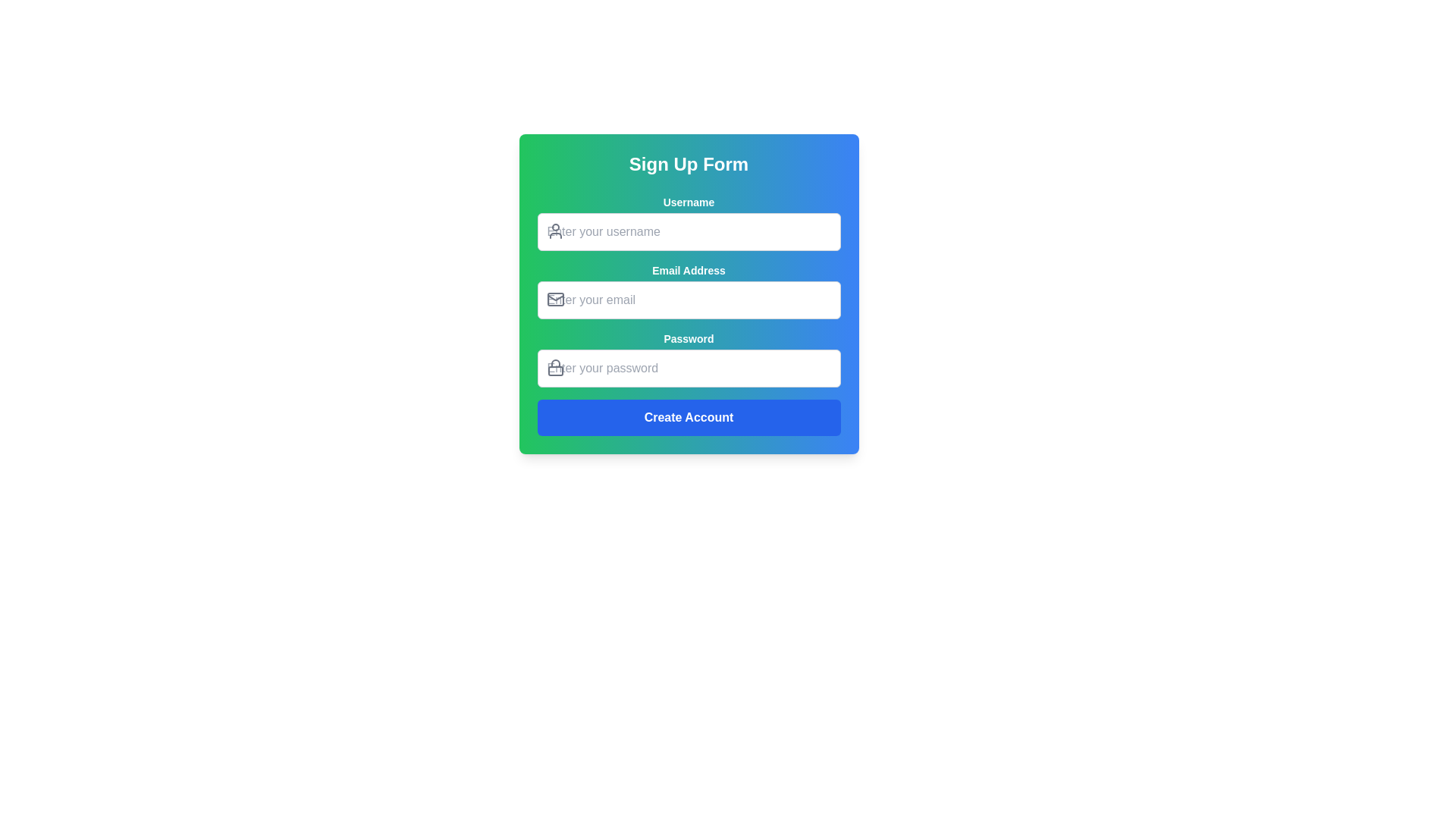 The image size is (1456, 819). I want to click on the main rectangular component of the envelope icon, which is styled in grayscale and located to the left of the 'Email Address' input field in the registration form, so click(554, 299).